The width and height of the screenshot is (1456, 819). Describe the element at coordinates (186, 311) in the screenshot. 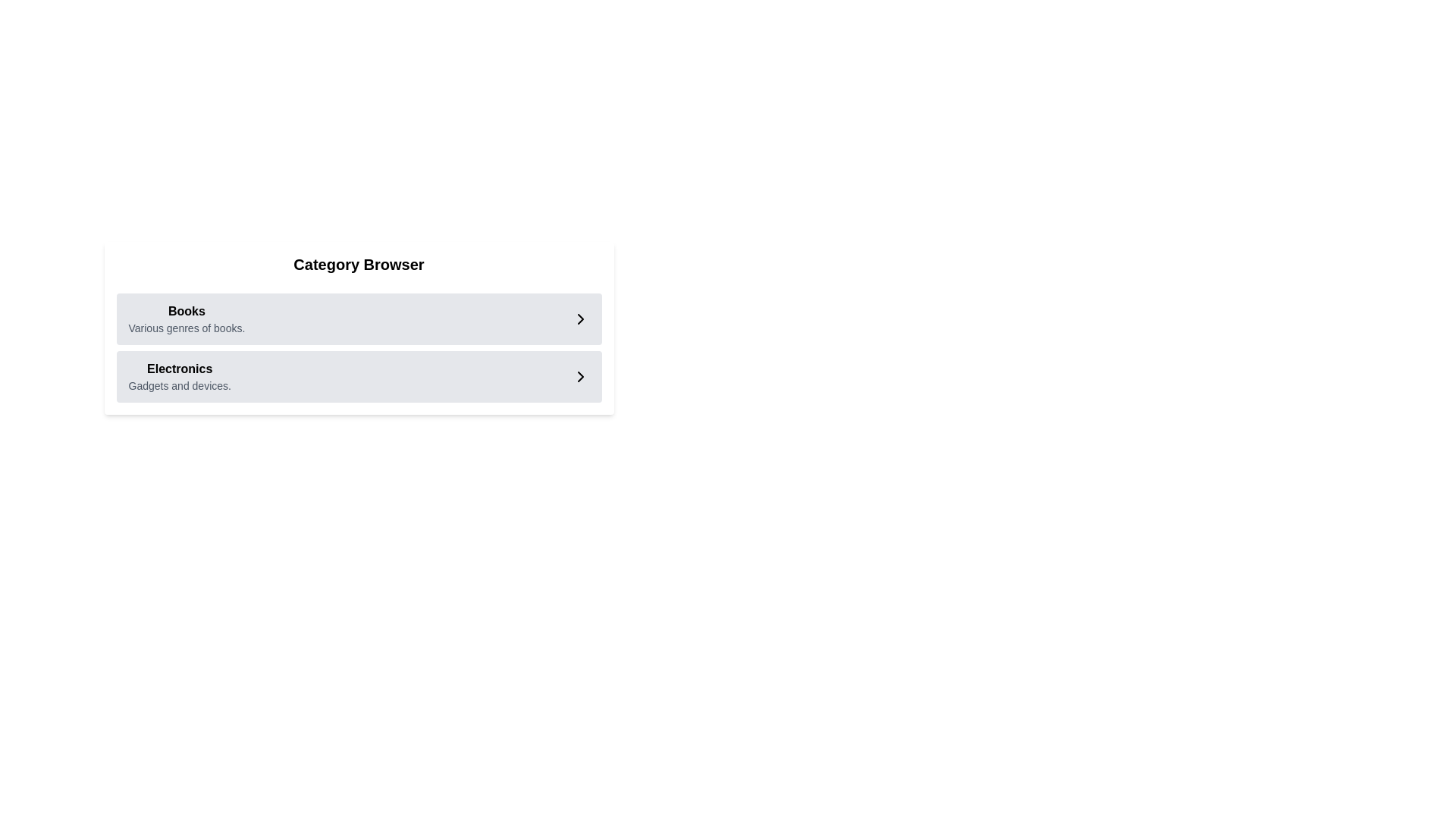

I see `the 'Books' category title text label` at that location.